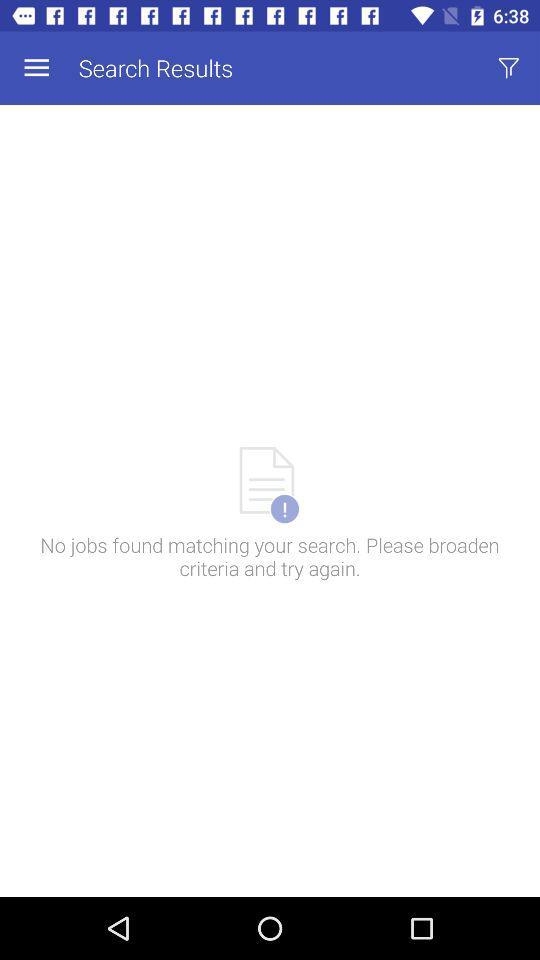 The width and height of the screenshot is (540, 960). I want to click on app to the left of search results item, so click(36, 68).